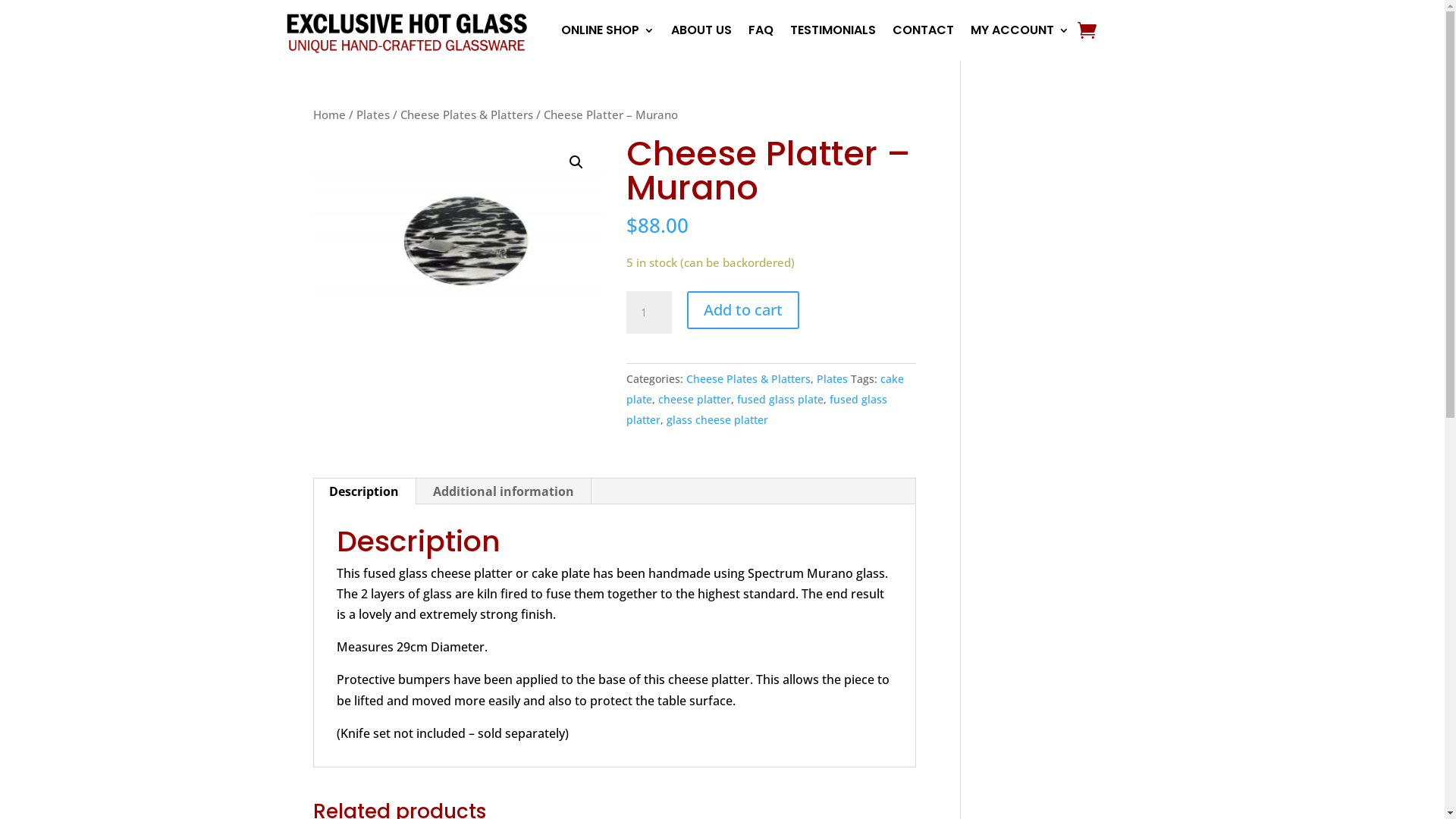 The image size is (1456, 819). Describe the element at coordinates (607, 30) in the screenshot. I see `'ONLINE SHOP'` at that location.